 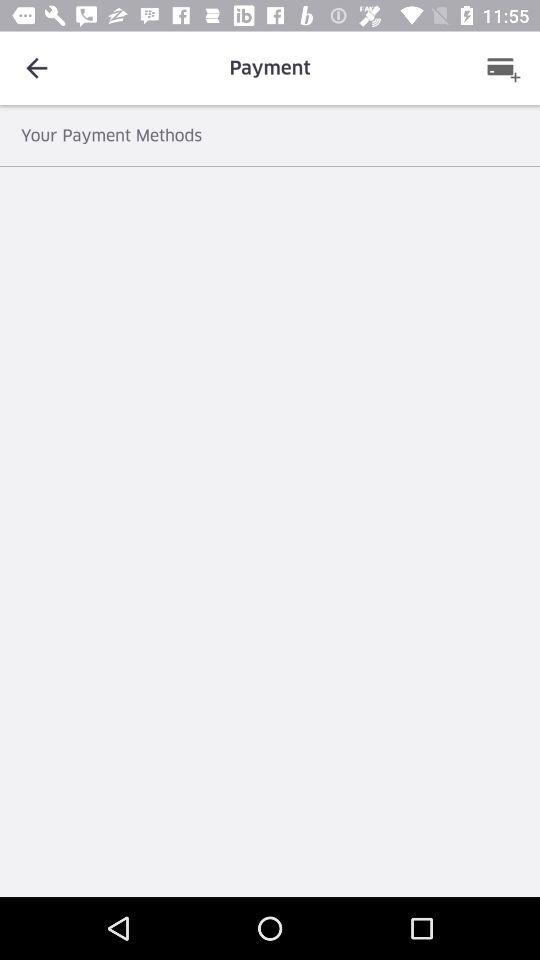 What do you see at coordinates (502, 68) in the screenshot?
I see `the item above the your payment methods` at bounding box center [502, 68].